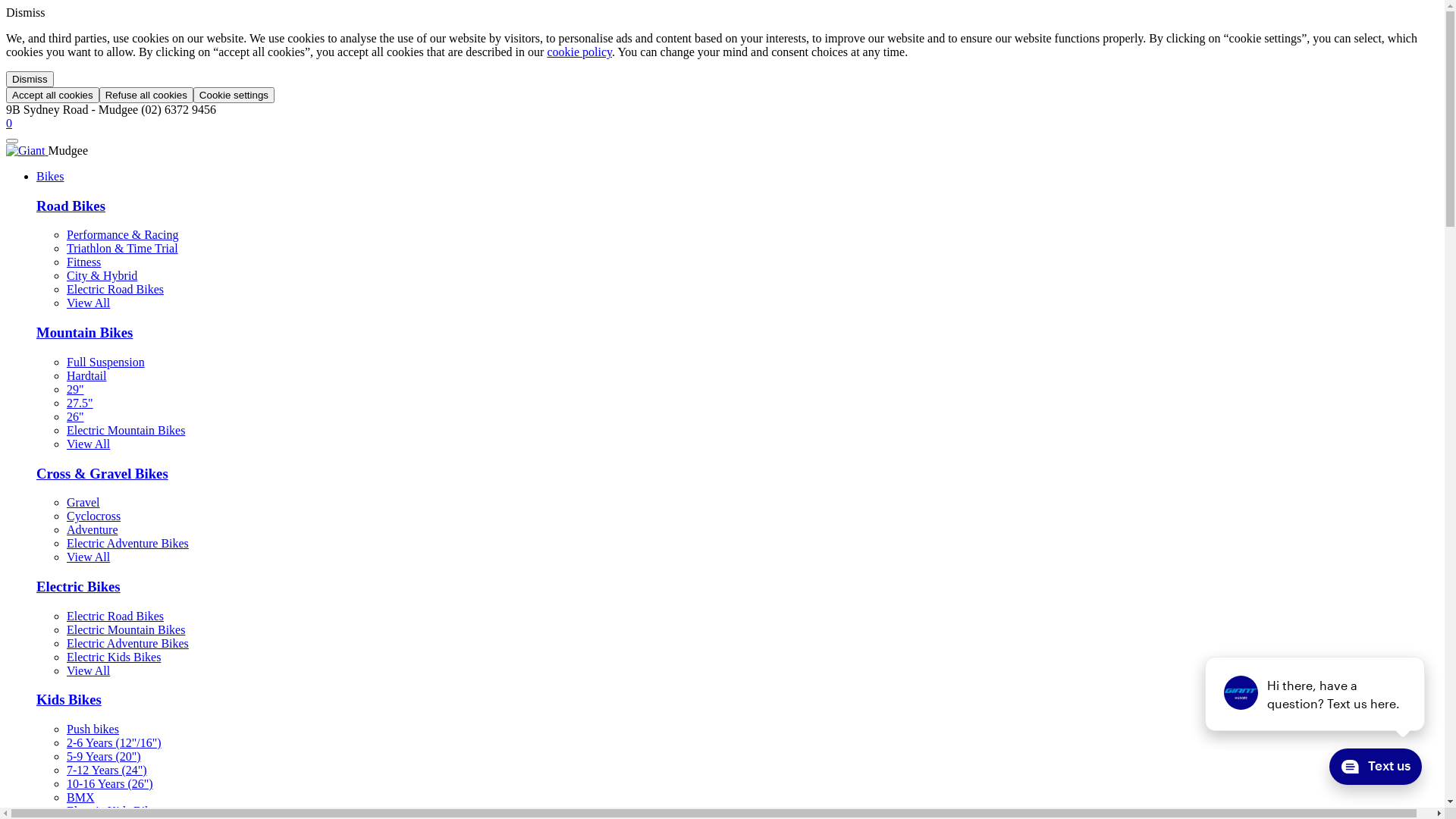  I want to click on 'View All', so click(87, 303).